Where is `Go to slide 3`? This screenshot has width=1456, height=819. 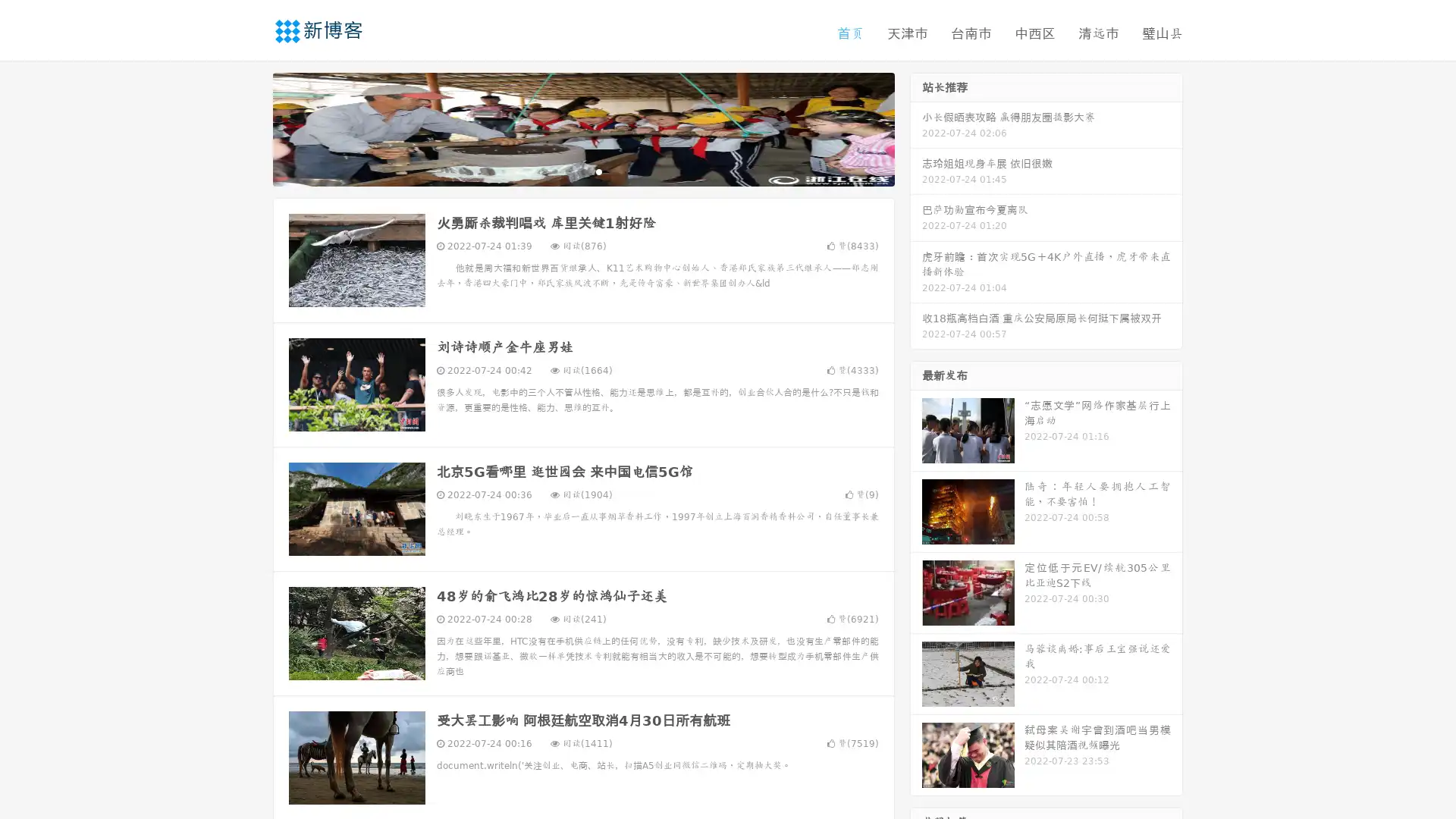
Go to slide 3 is located at coordinates (598, 171).